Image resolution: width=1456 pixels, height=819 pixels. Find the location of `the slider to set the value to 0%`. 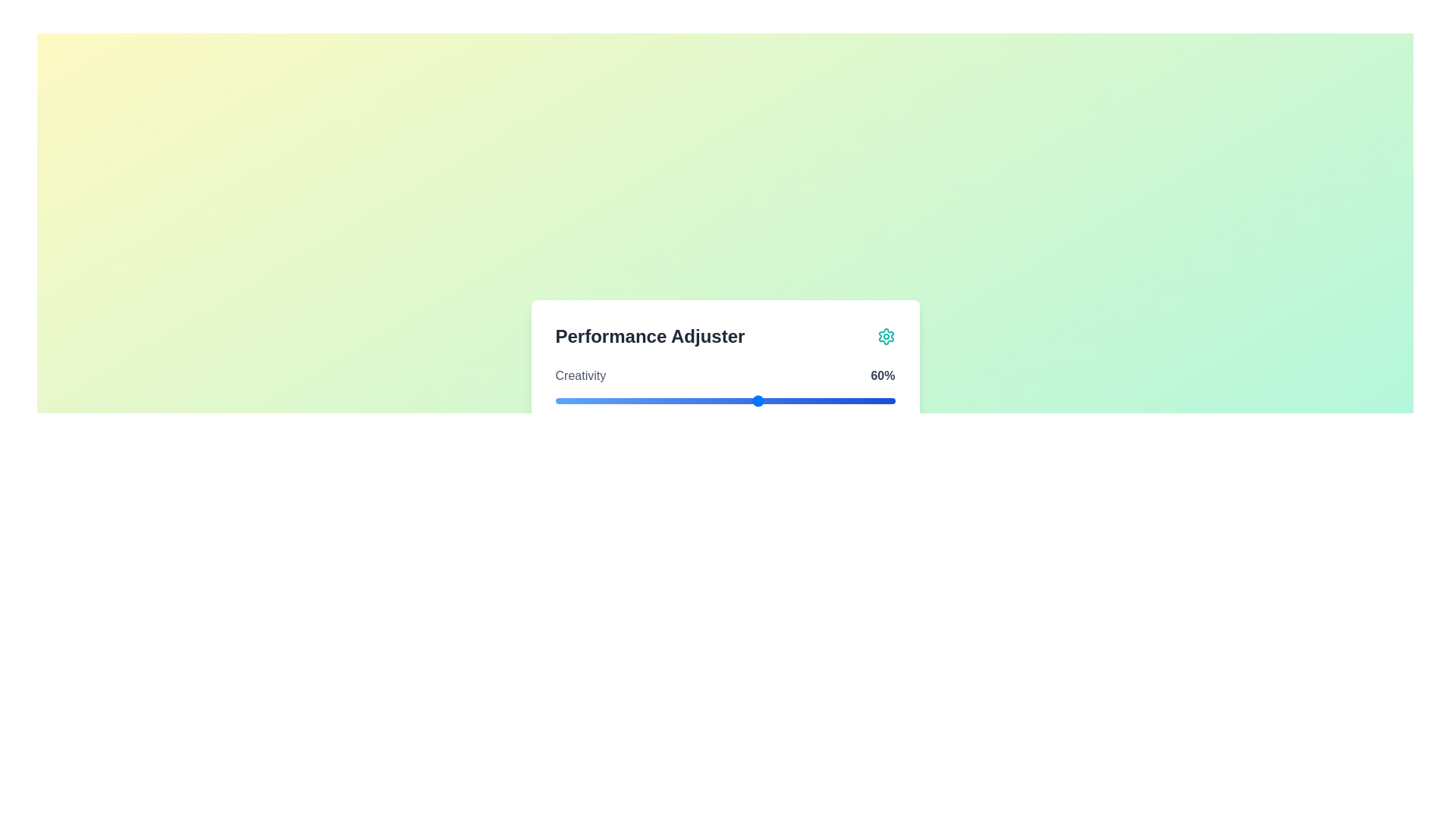

the slider to set the value to 0% is located at coordinates (554, 400).